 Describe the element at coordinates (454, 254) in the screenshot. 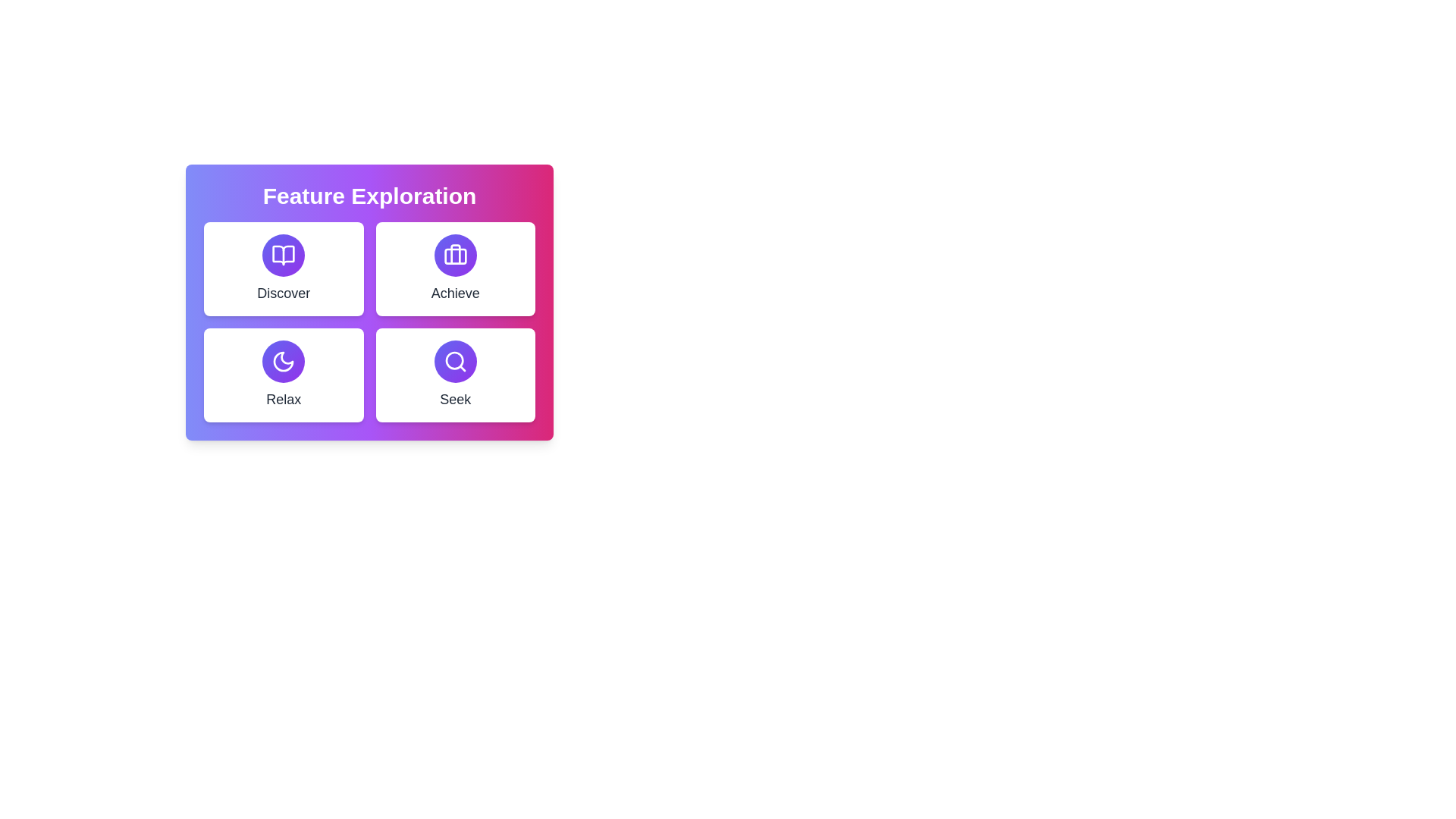

I see `the briefcase icon with a purple-to-indigo gradient background, located above the 'Achieve' label in the top-right of the 2x2 grid layout beneath 'Feature Exploration'` at that location.